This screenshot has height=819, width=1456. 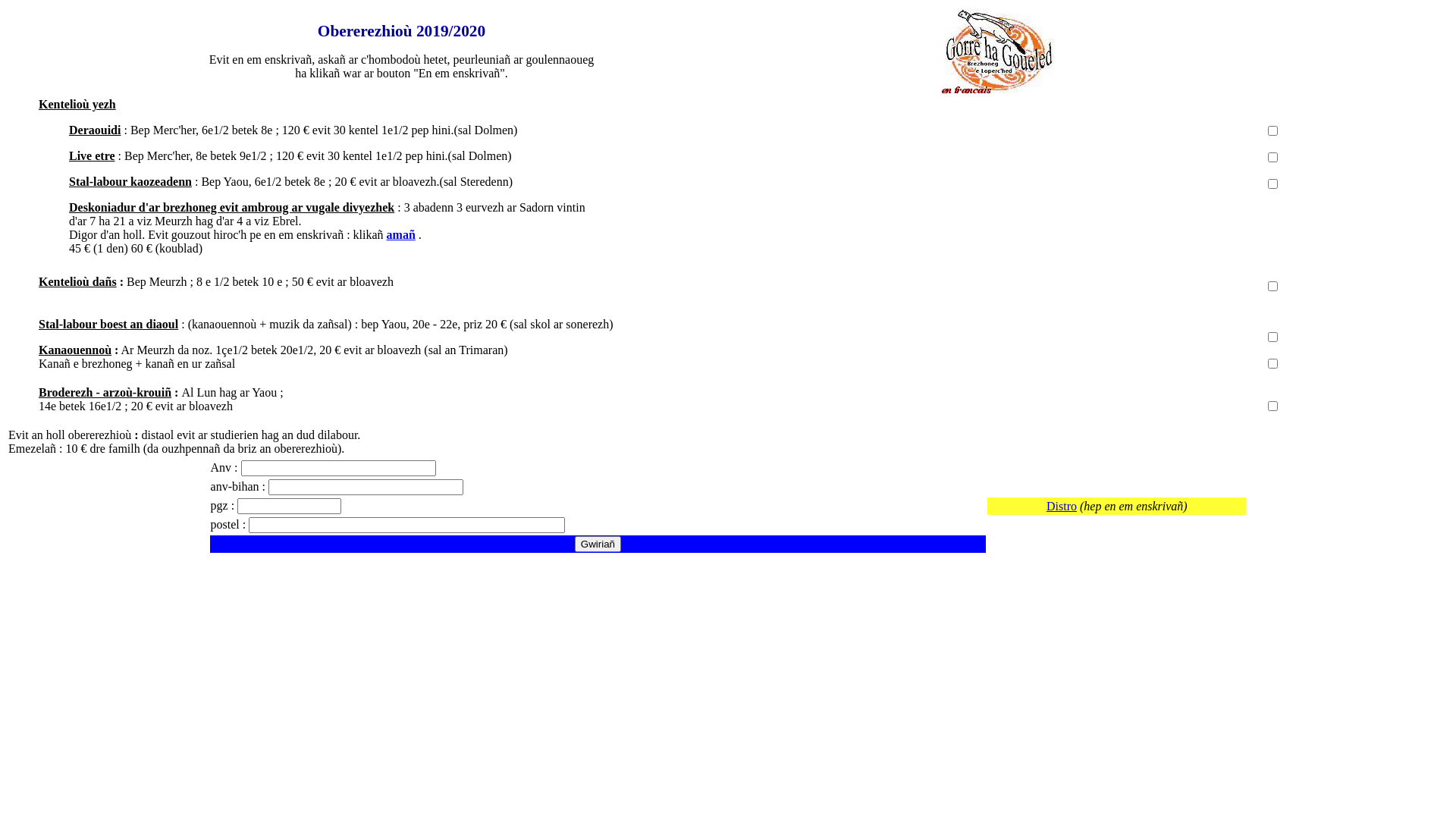 I want to click on 'Distro', so click(x=1061, y=506).